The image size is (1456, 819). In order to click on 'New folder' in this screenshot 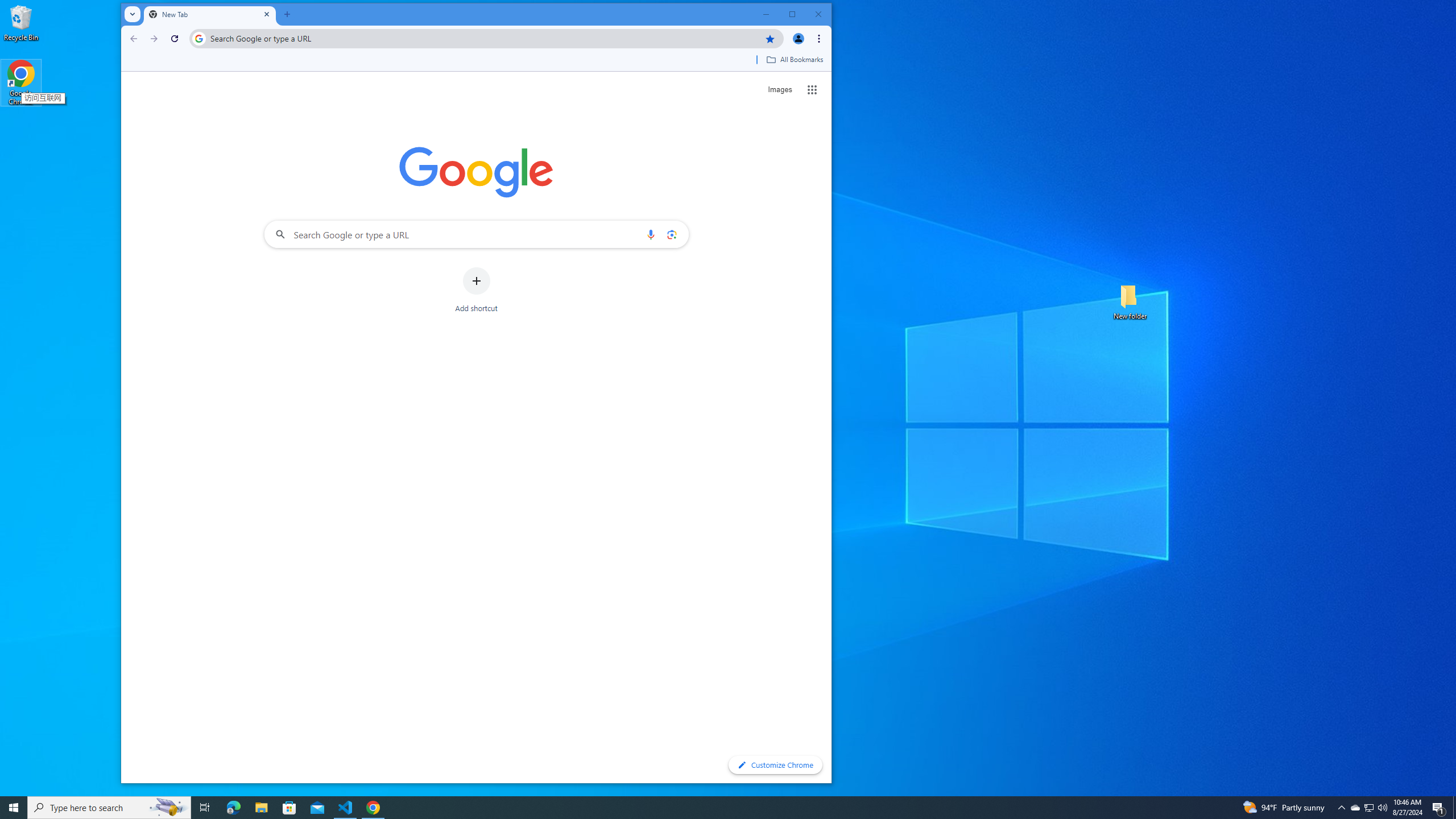, I will do `click(1130, 300)`.